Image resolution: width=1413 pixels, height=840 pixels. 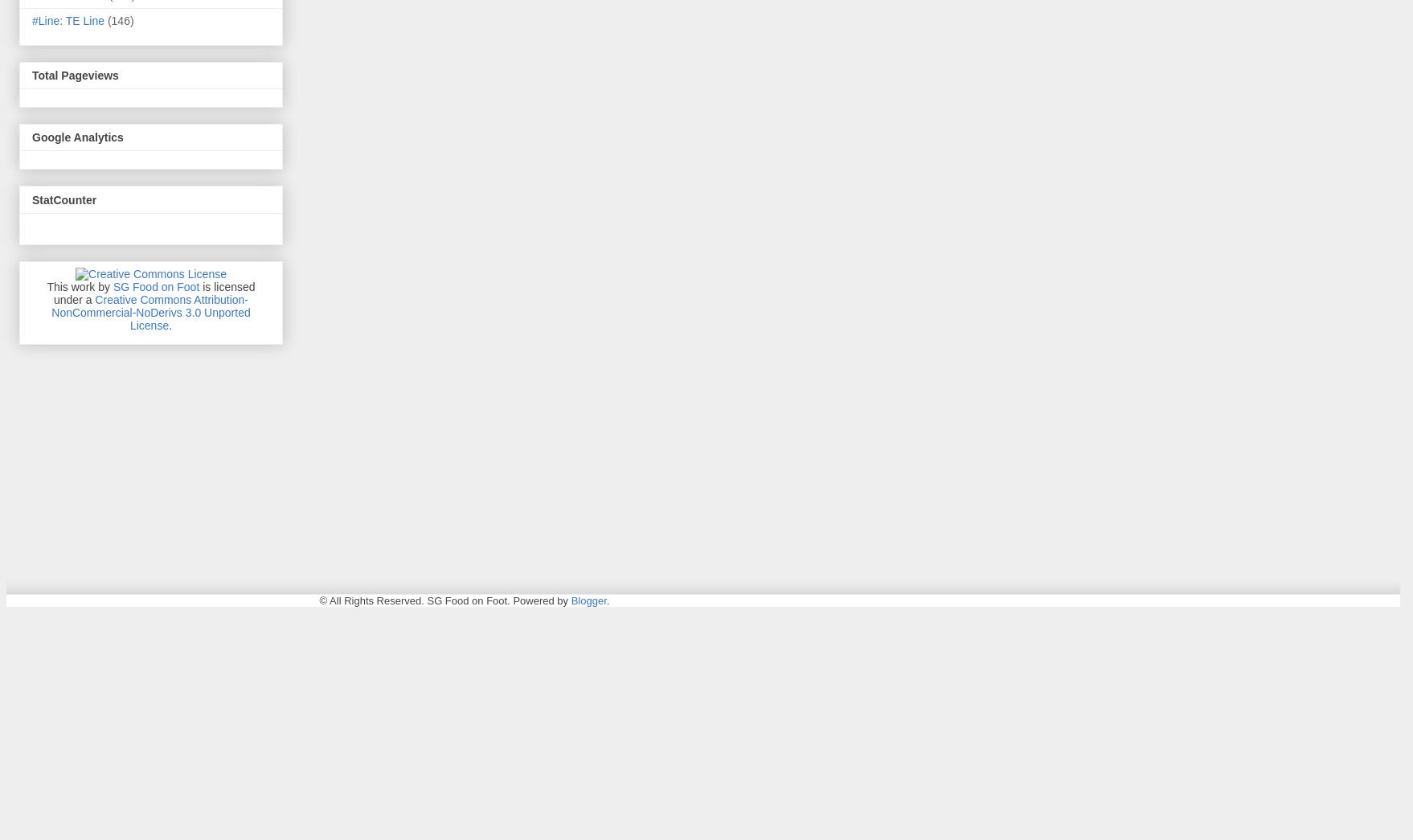 I want to click on 'SG Food on Foot', so click(x=155, y=285).